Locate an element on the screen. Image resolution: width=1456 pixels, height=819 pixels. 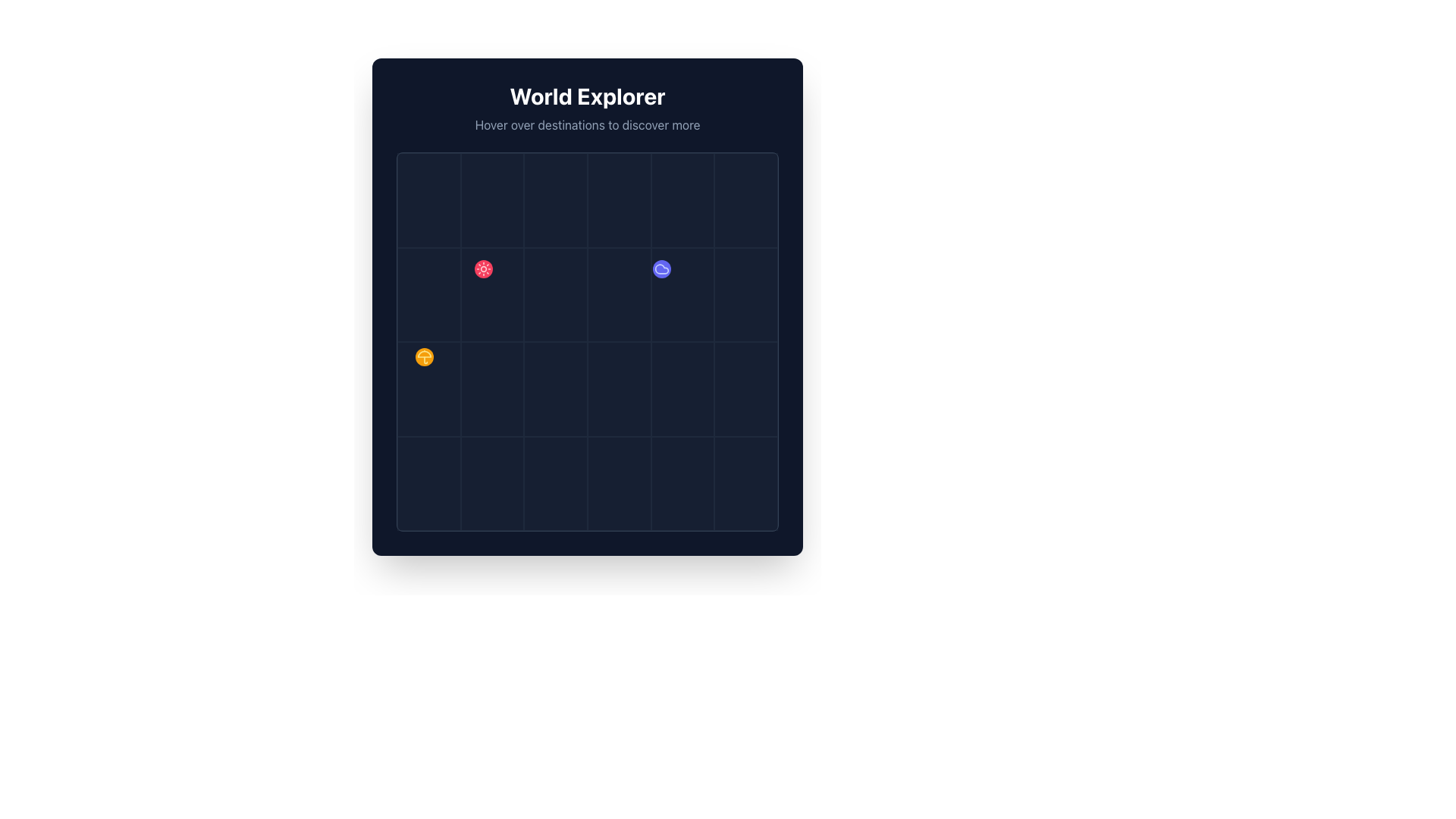
the grid cell located in the first row and second column of a 4x6 grid layout, which serves as a placeholder for dynamic content is located at coordinates (492, 199).